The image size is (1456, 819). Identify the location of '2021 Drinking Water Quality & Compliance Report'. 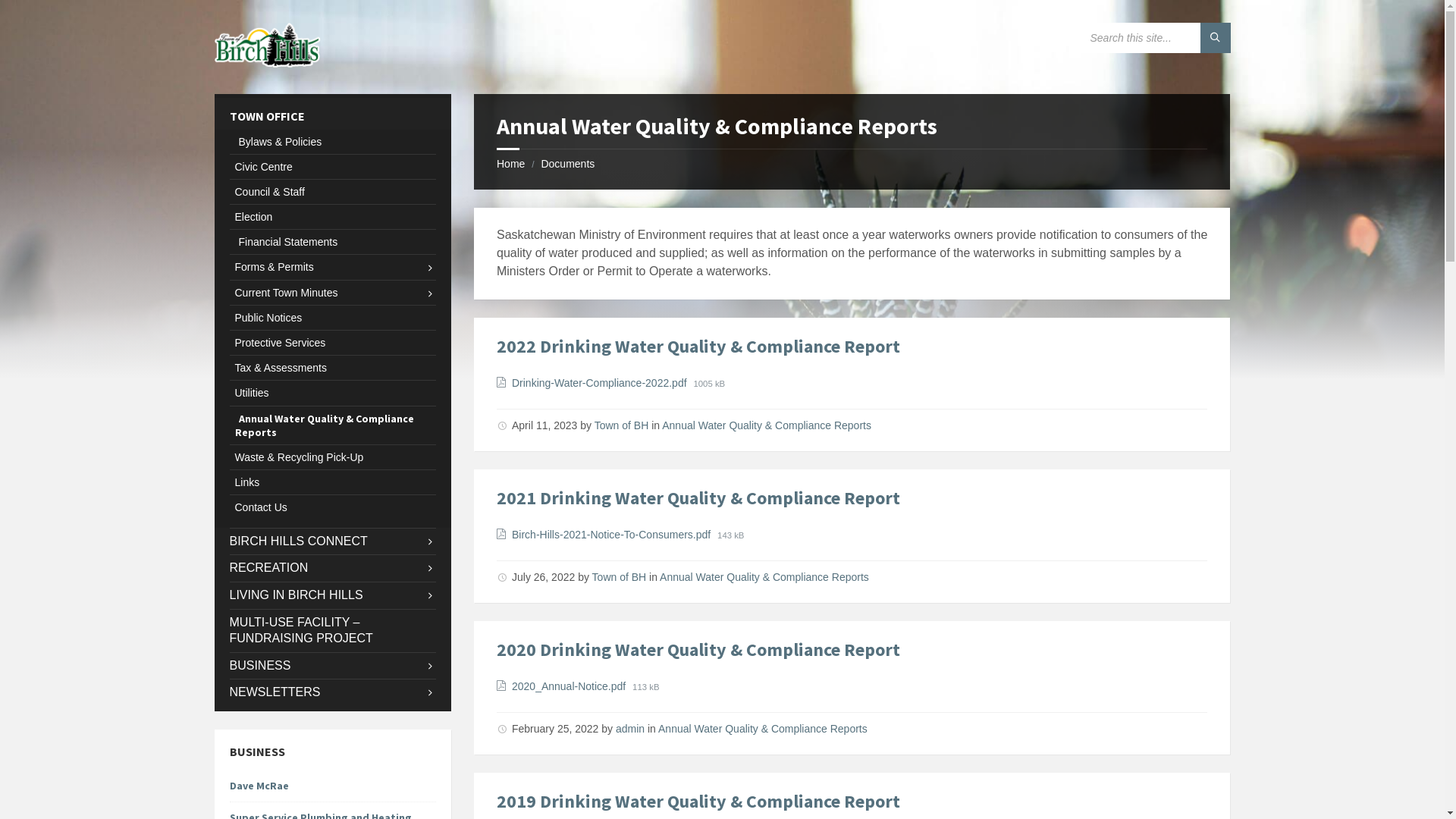
(698, 497).